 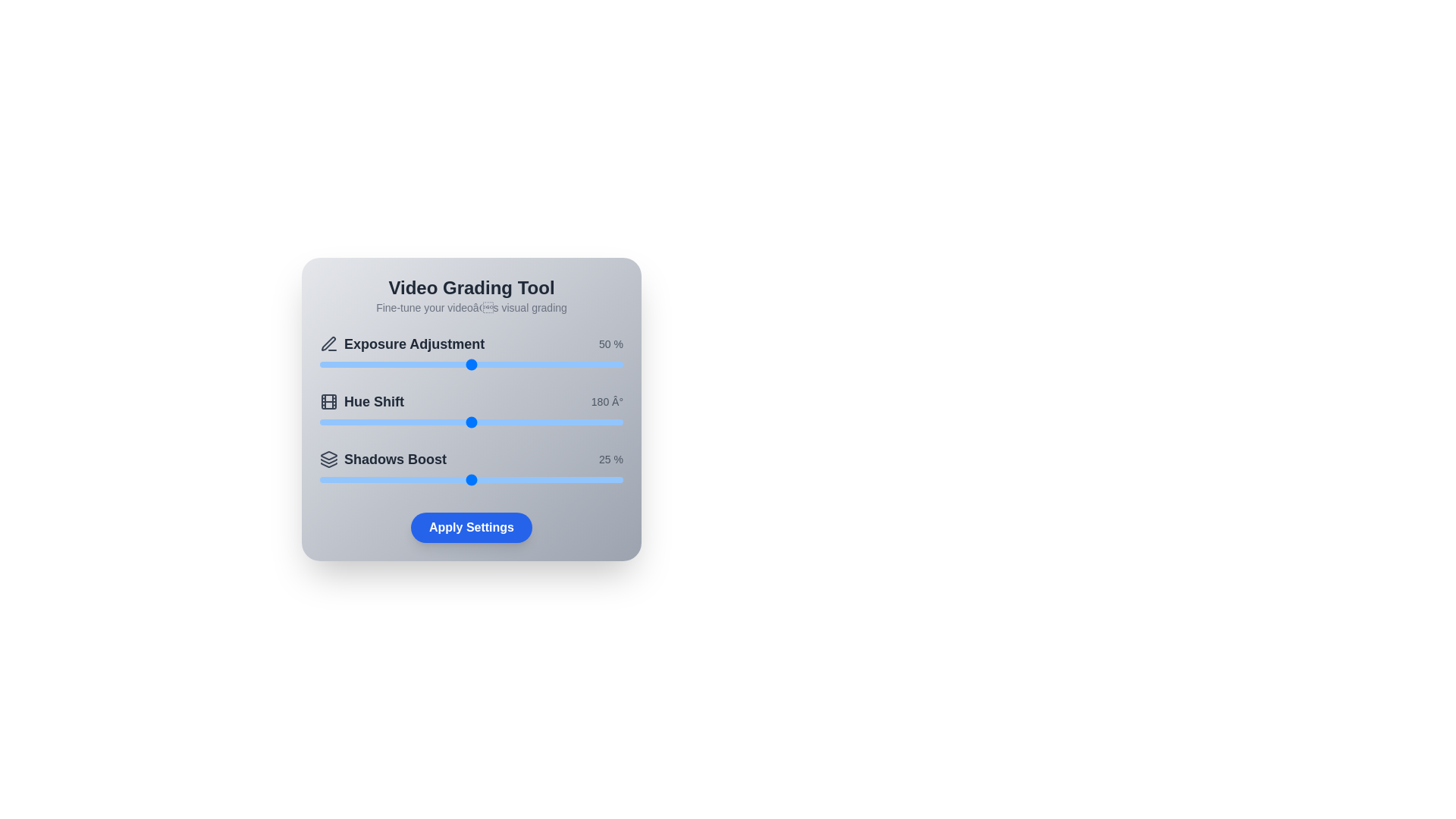 I want to click on the exposure adjustment, so click(x=516, y=365).